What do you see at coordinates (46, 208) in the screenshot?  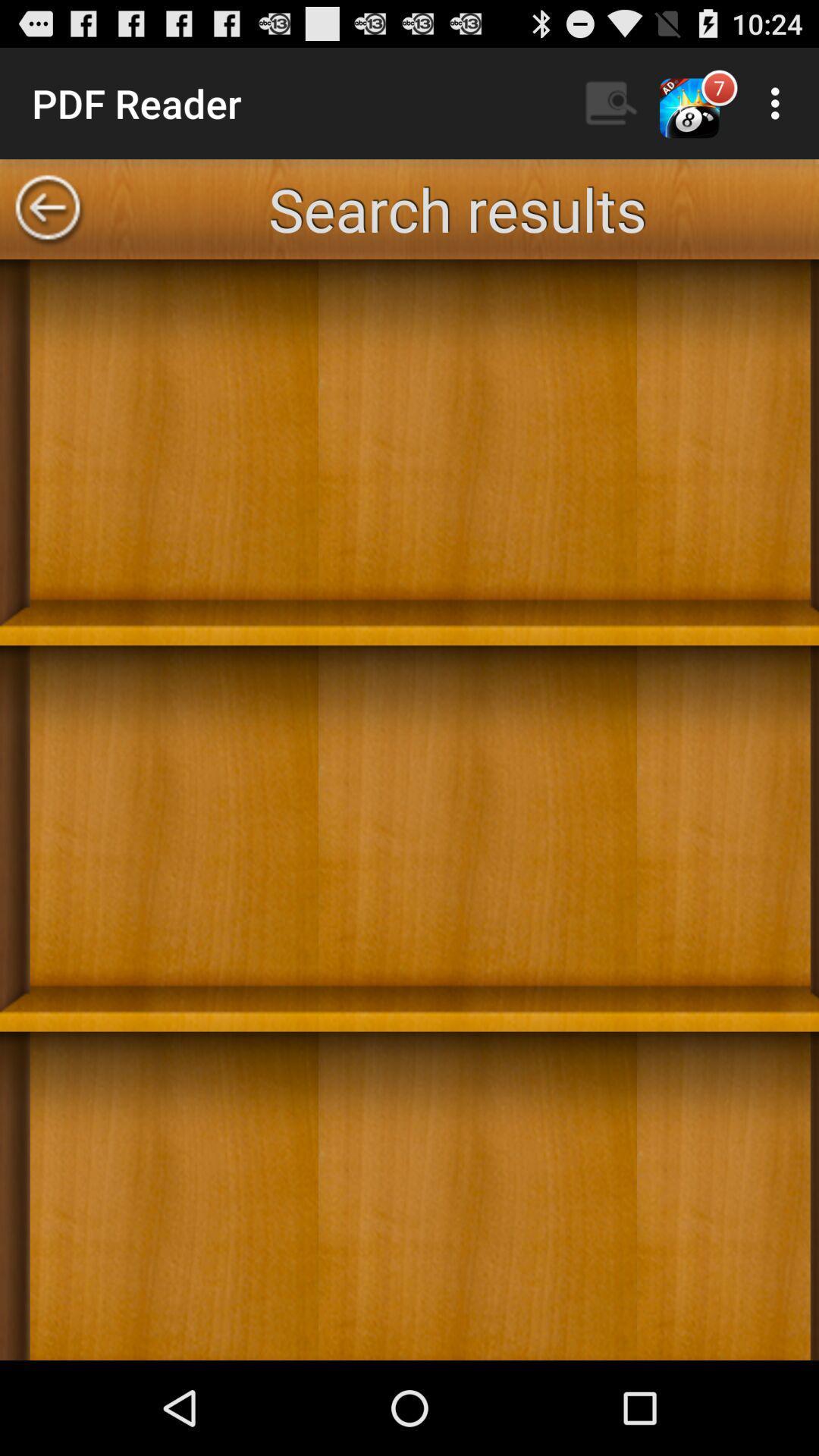 I see `previous` at bounding box center [46, 208].